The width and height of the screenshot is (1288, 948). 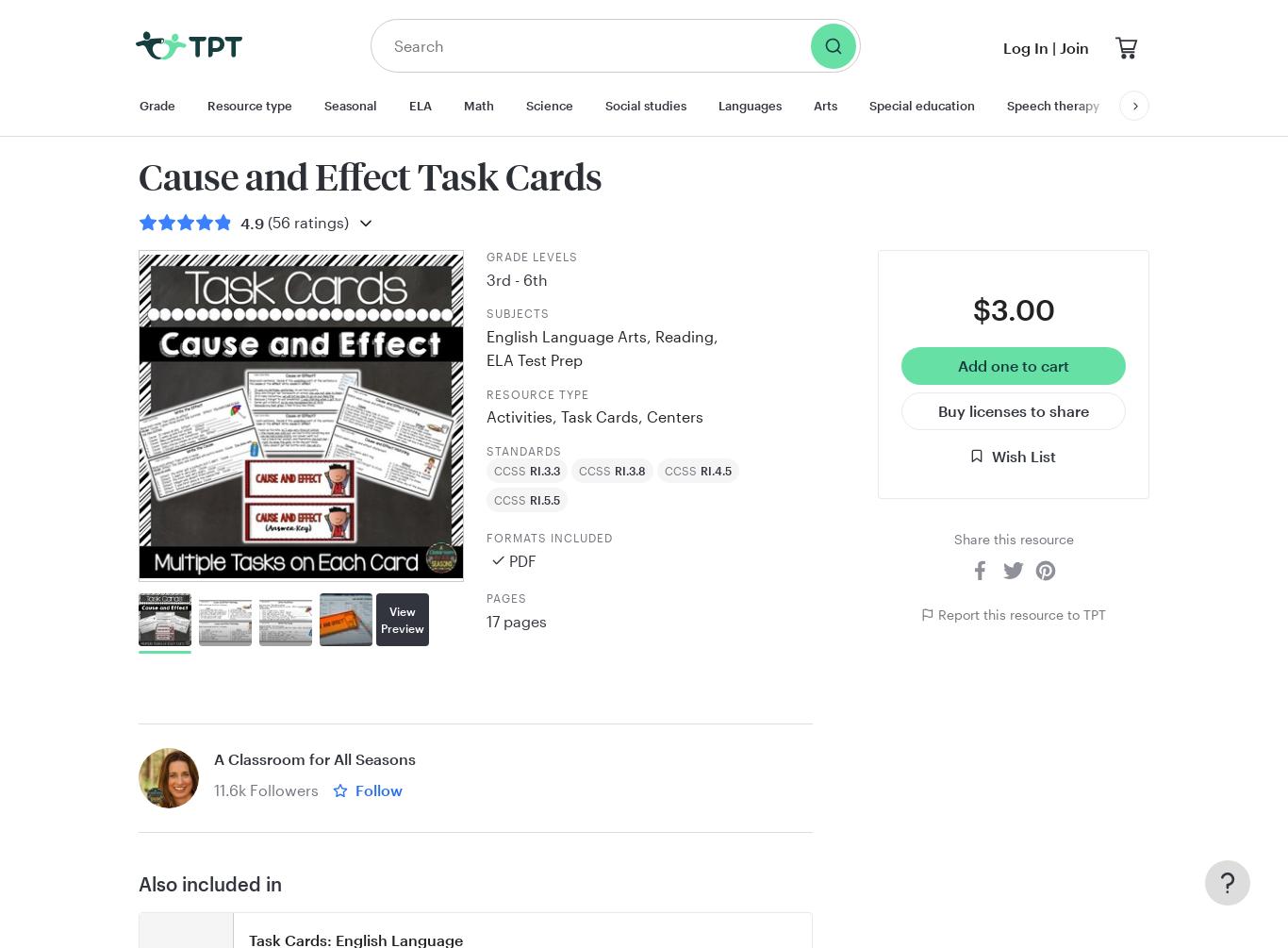 What do you see at coordinates (922, 105) in the screenshot?
I see `'Special education'` at bounding box center [922, 105].